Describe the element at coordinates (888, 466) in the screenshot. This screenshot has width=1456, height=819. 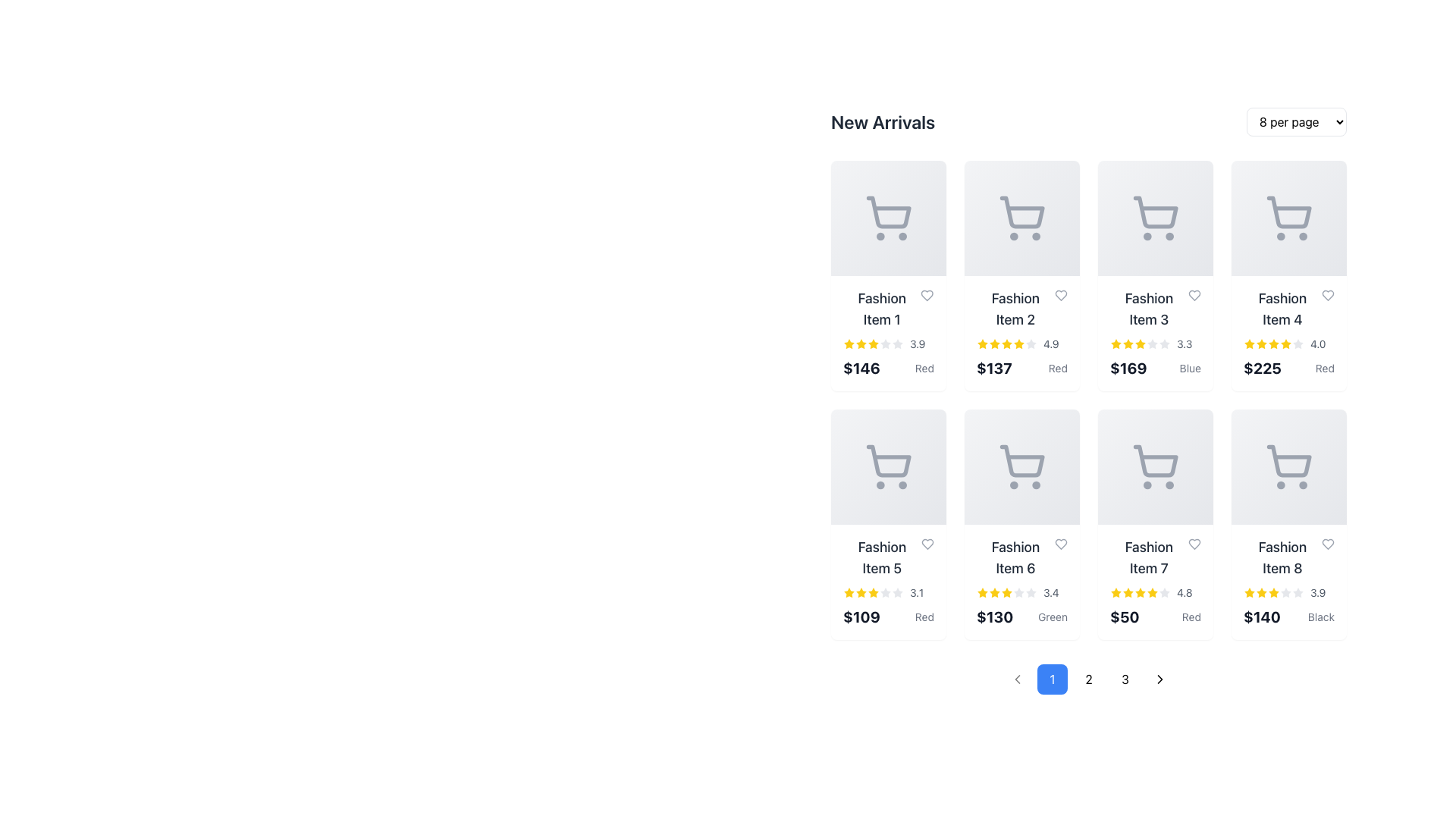
I see `the shopping cart icon, which is gray in color and located in the center of the fifth item in the first row of the product grid labeled 'Fashion Item 5'` at that location.